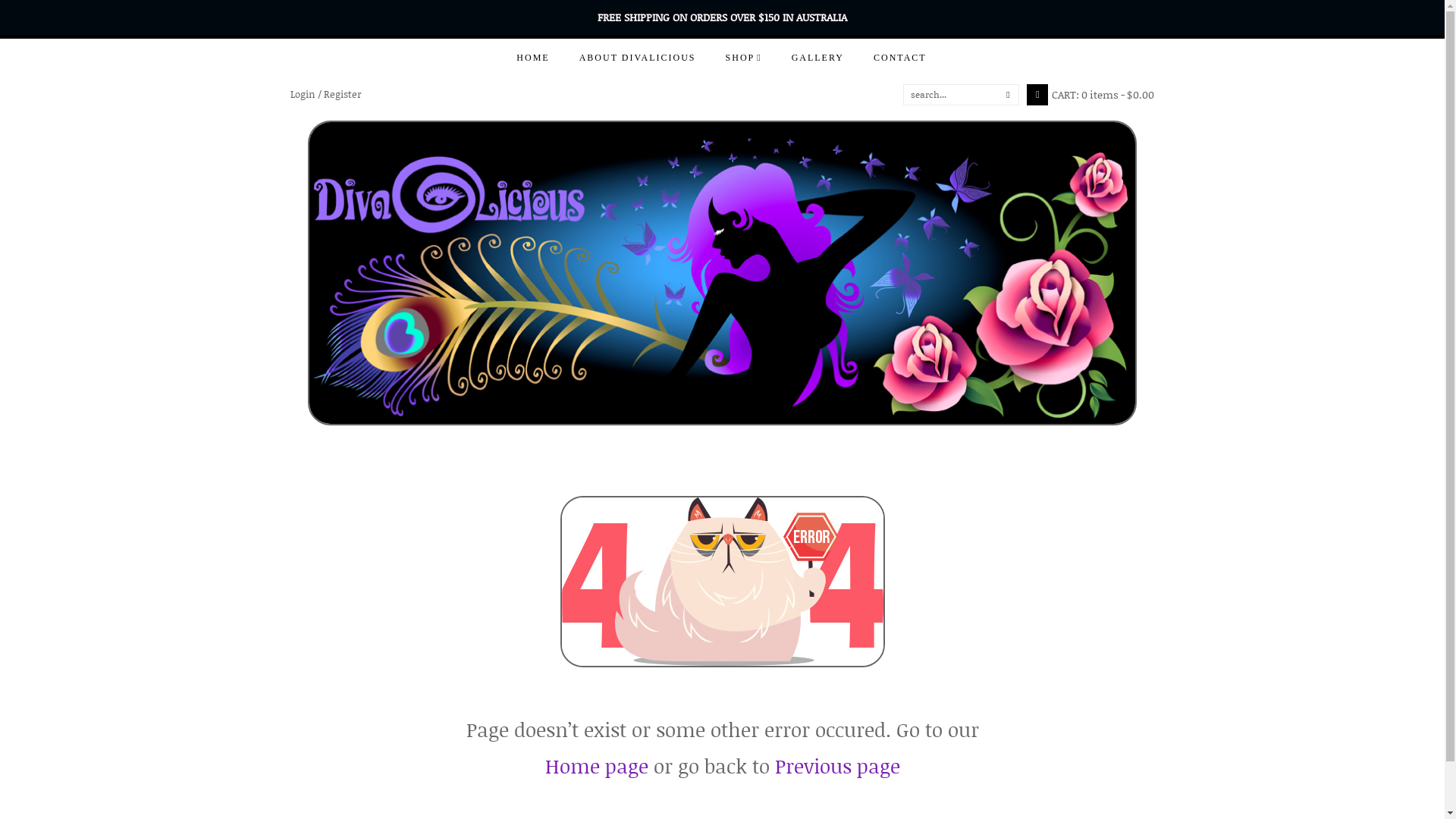 Image resolution: width=1456 pixels, height=819 pixels. I want to click on 'FREE SHIPPING ON ORDERS OVER $150 IN AUSTRALIA', so click(721, 17).